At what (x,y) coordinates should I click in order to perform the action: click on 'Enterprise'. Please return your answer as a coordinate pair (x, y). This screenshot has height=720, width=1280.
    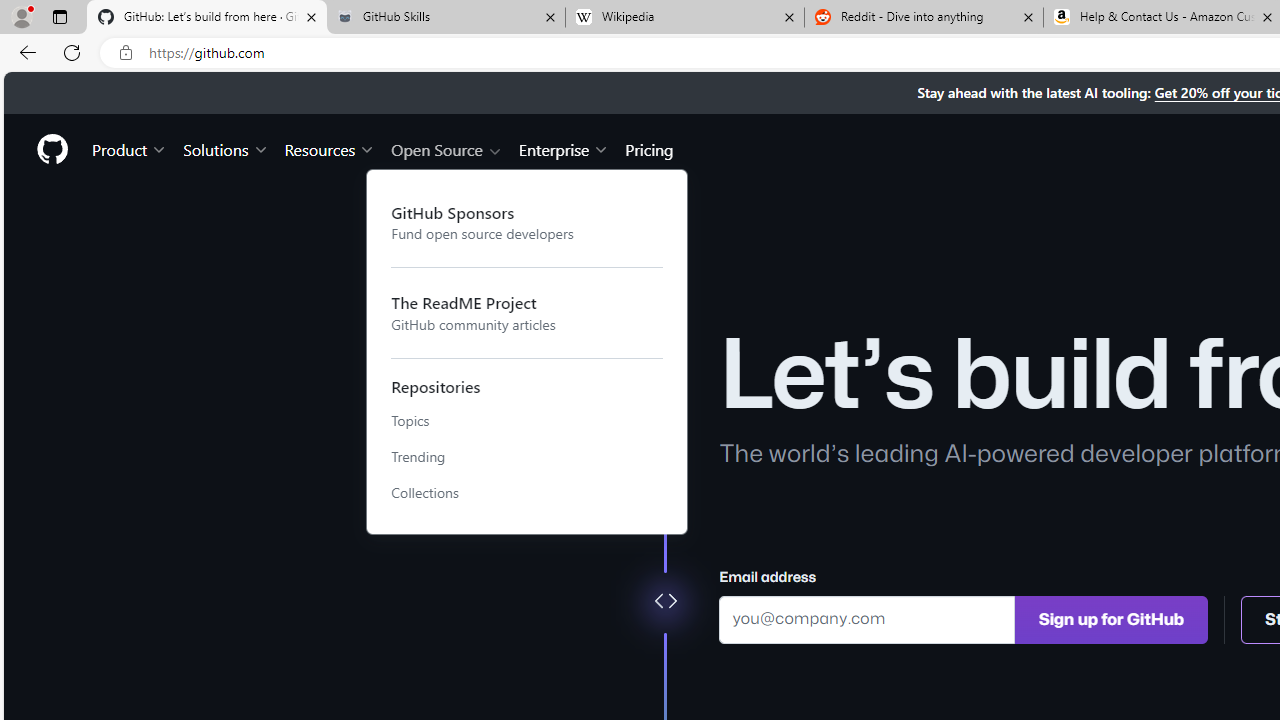
    Looking at the image, I should click on (562, 148).